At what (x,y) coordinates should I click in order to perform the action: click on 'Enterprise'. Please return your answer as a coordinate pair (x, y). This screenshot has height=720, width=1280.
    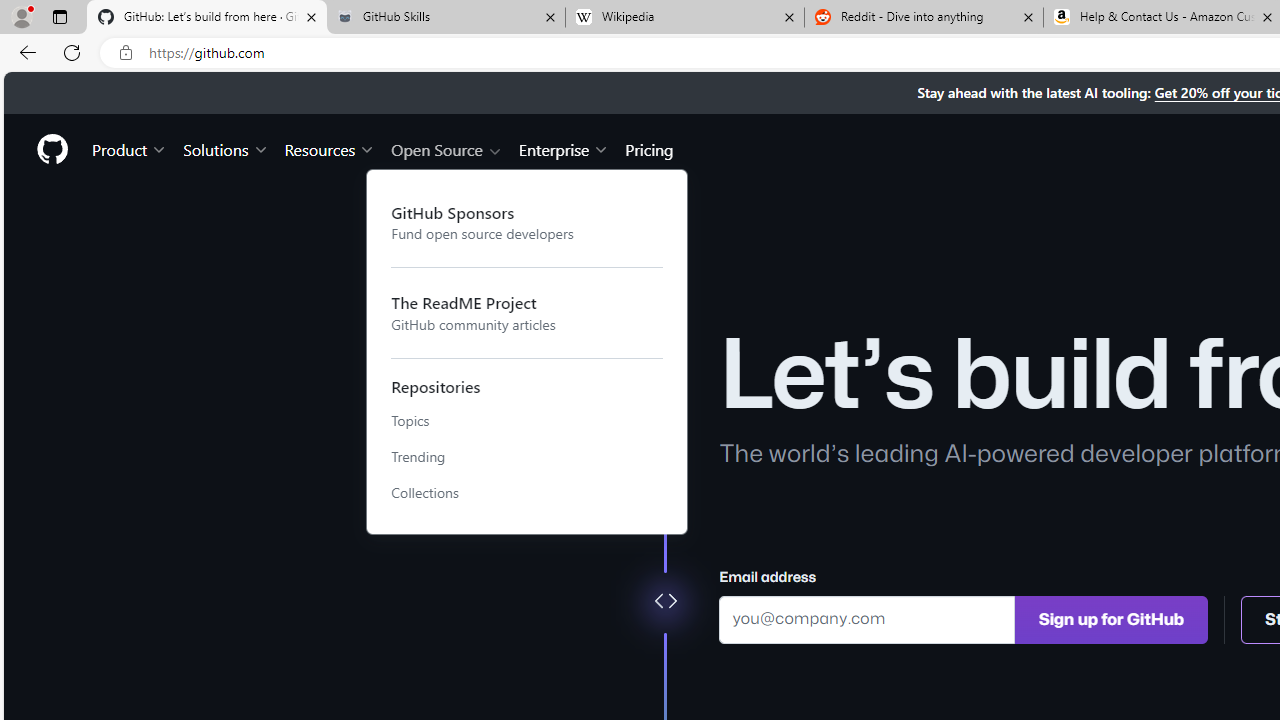
    Looking at the image, I should click on (562, 148).